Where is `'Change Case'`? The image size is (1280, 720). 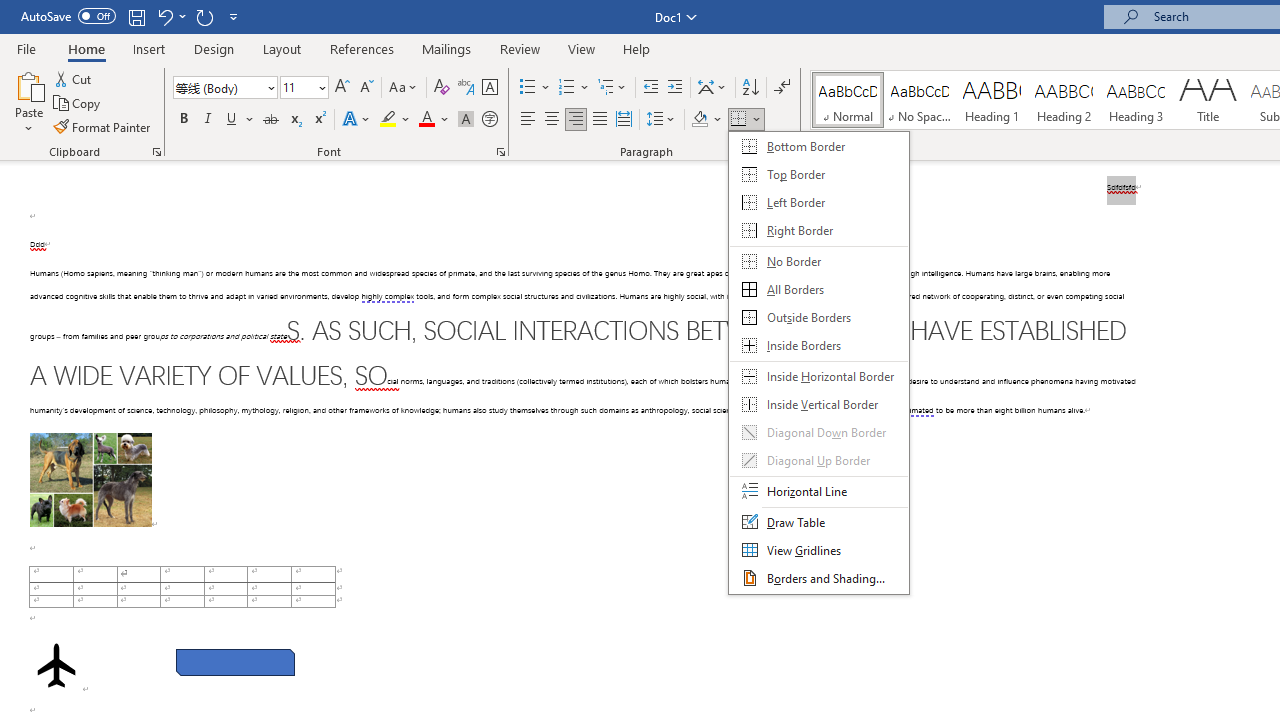 'Change Case' is located at coordinates (403, 86).